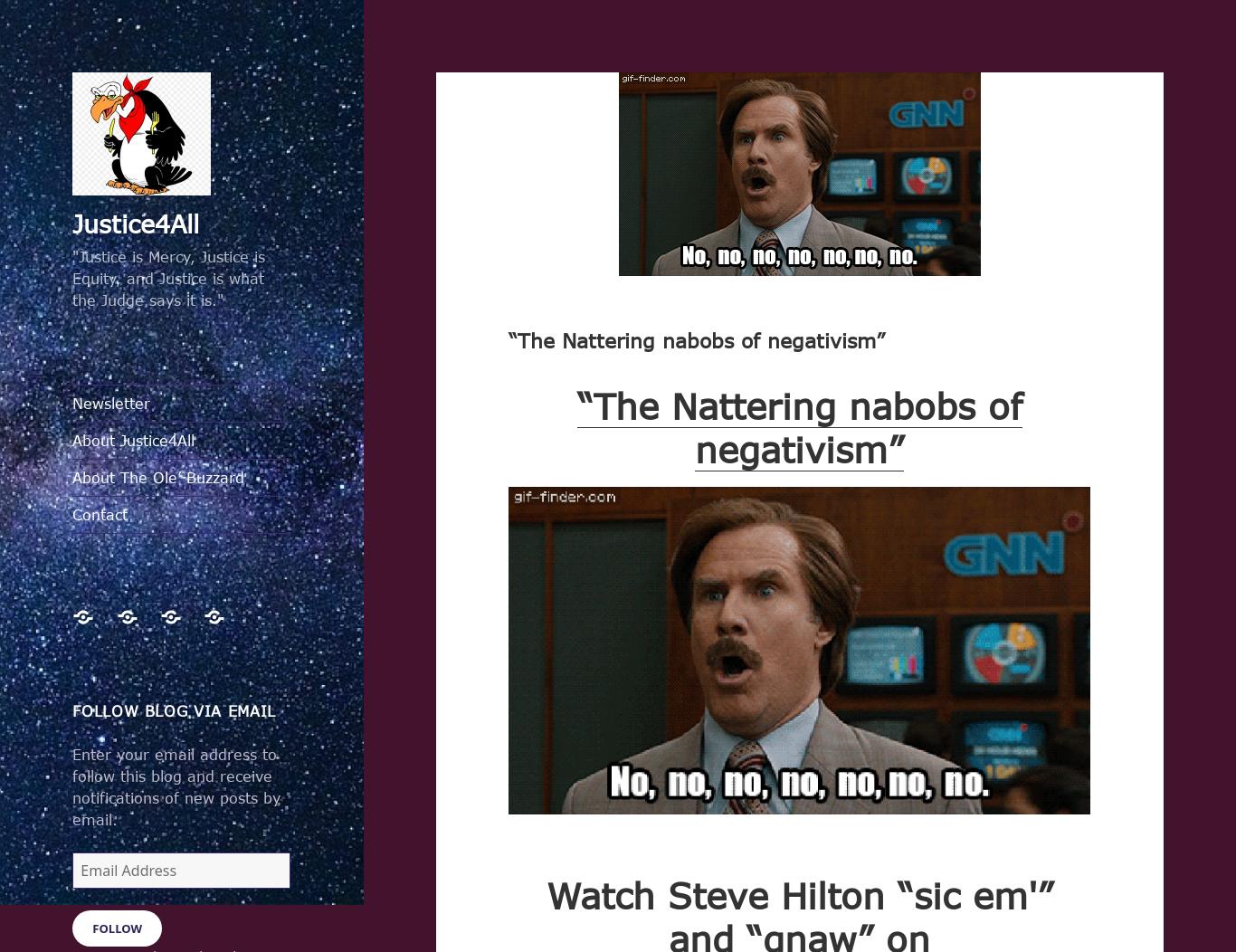  What do you see at coordinates (72, 223) in the screenshot?
I see `'Justice4All'` at bounding box center [72, 223].